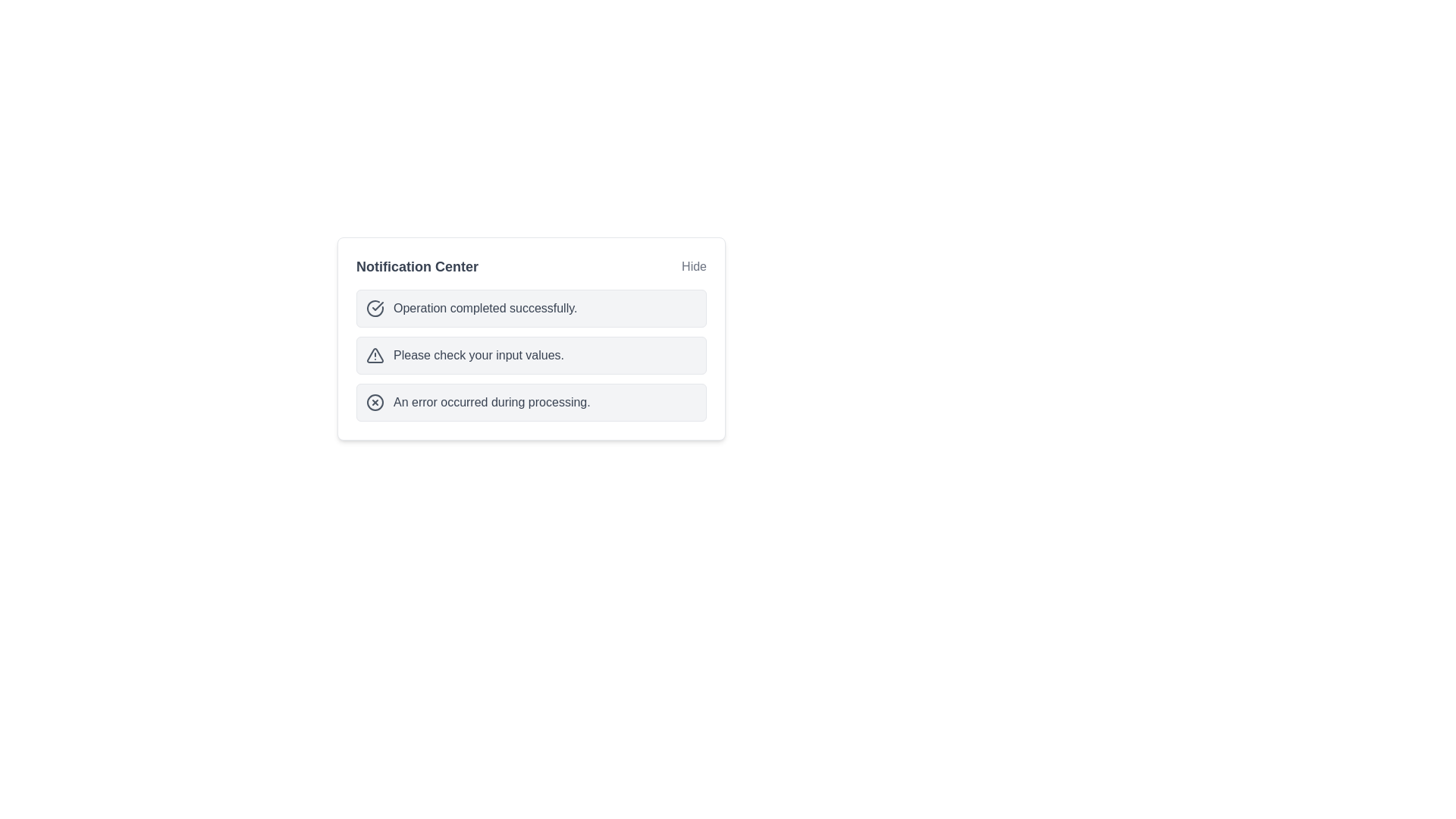 This screenshot has height=819, width=1456. I want to click on the informational notification block that contains a warning icon and the message 'Please check your input values.' by clicking on it to interact with adjacent elements, so click(531, 356).